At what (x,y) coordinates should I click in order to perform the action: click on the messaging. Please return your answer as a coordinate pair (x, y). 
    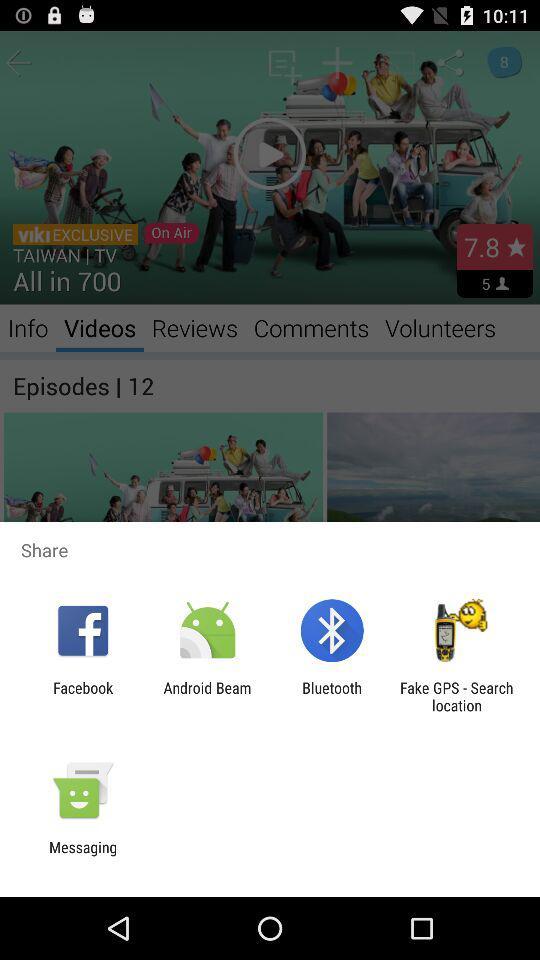
    Looking at the image, I should click on (82, 855).